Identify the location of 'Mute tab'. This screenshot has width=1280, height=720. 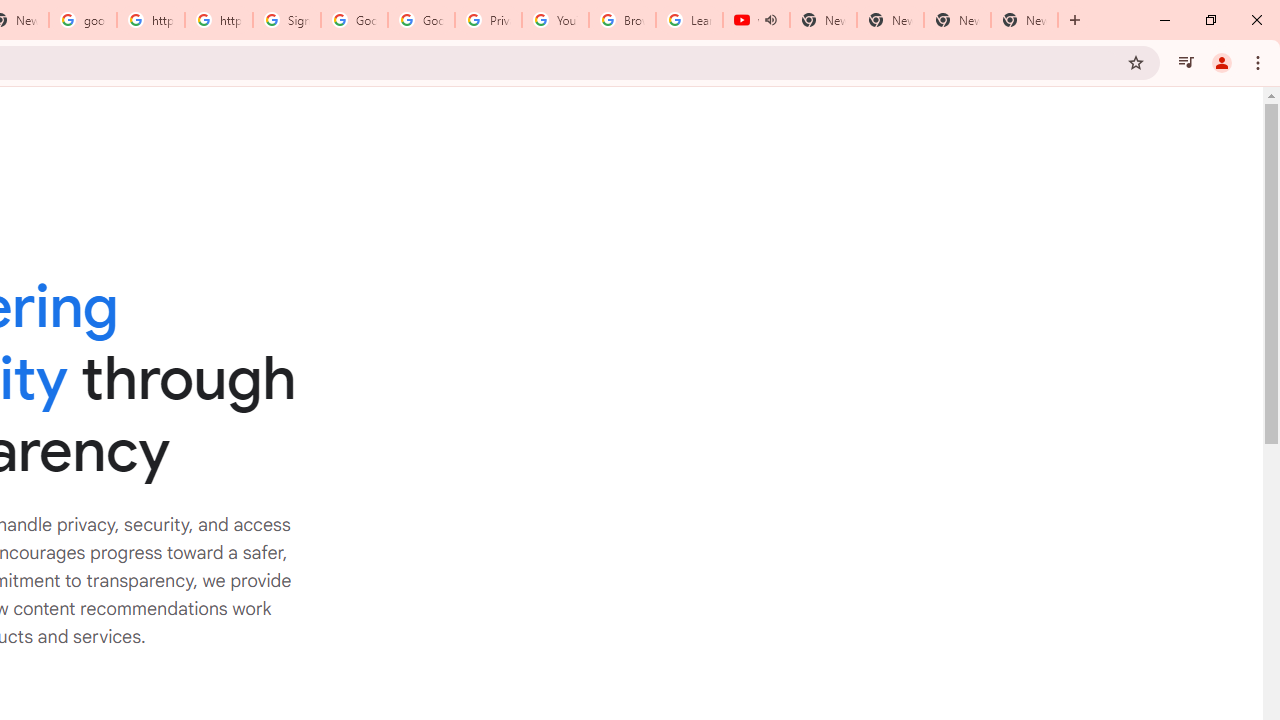
(770, 20).